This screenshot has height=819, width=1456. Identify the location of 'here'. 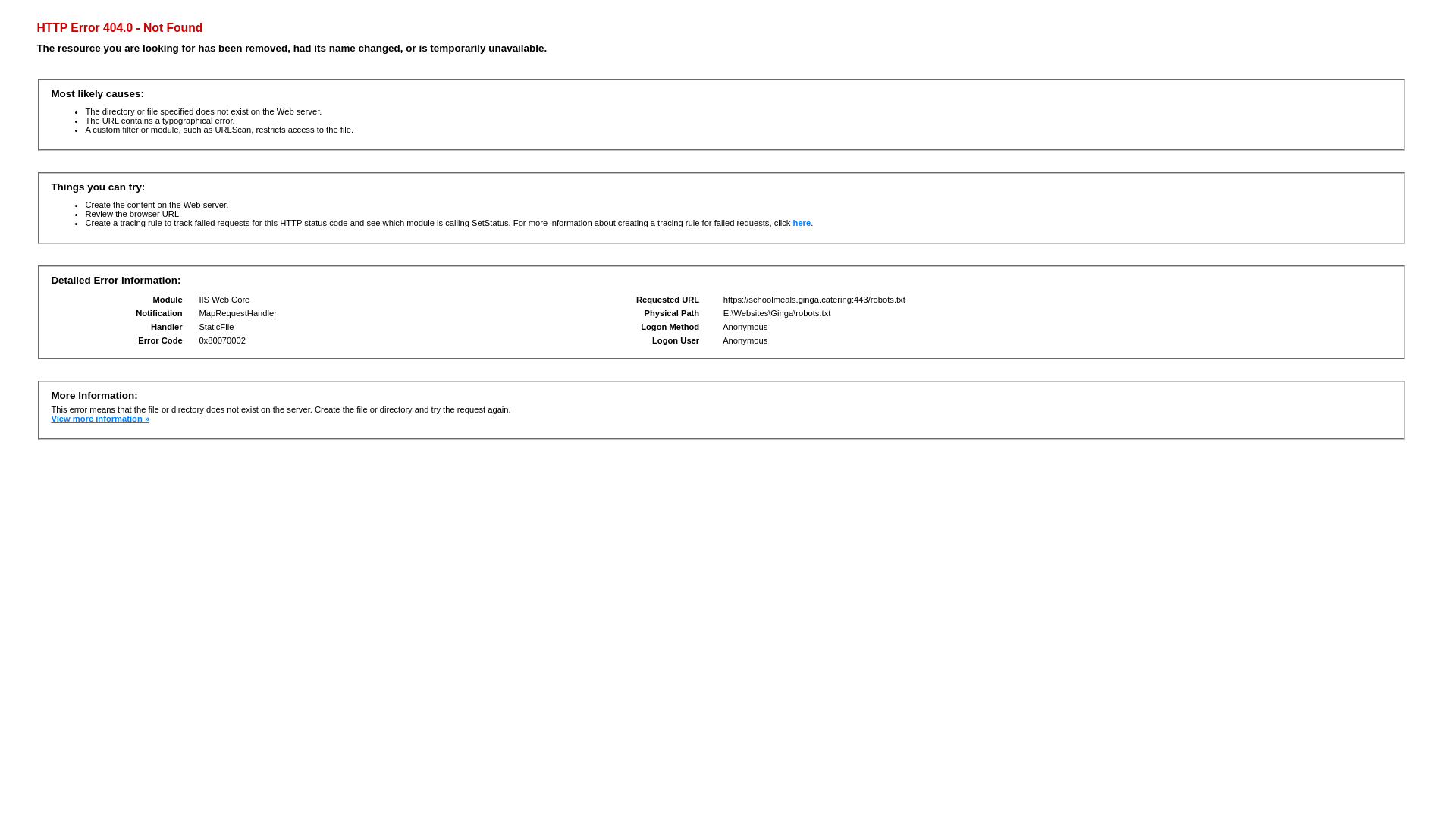
(801, 222).